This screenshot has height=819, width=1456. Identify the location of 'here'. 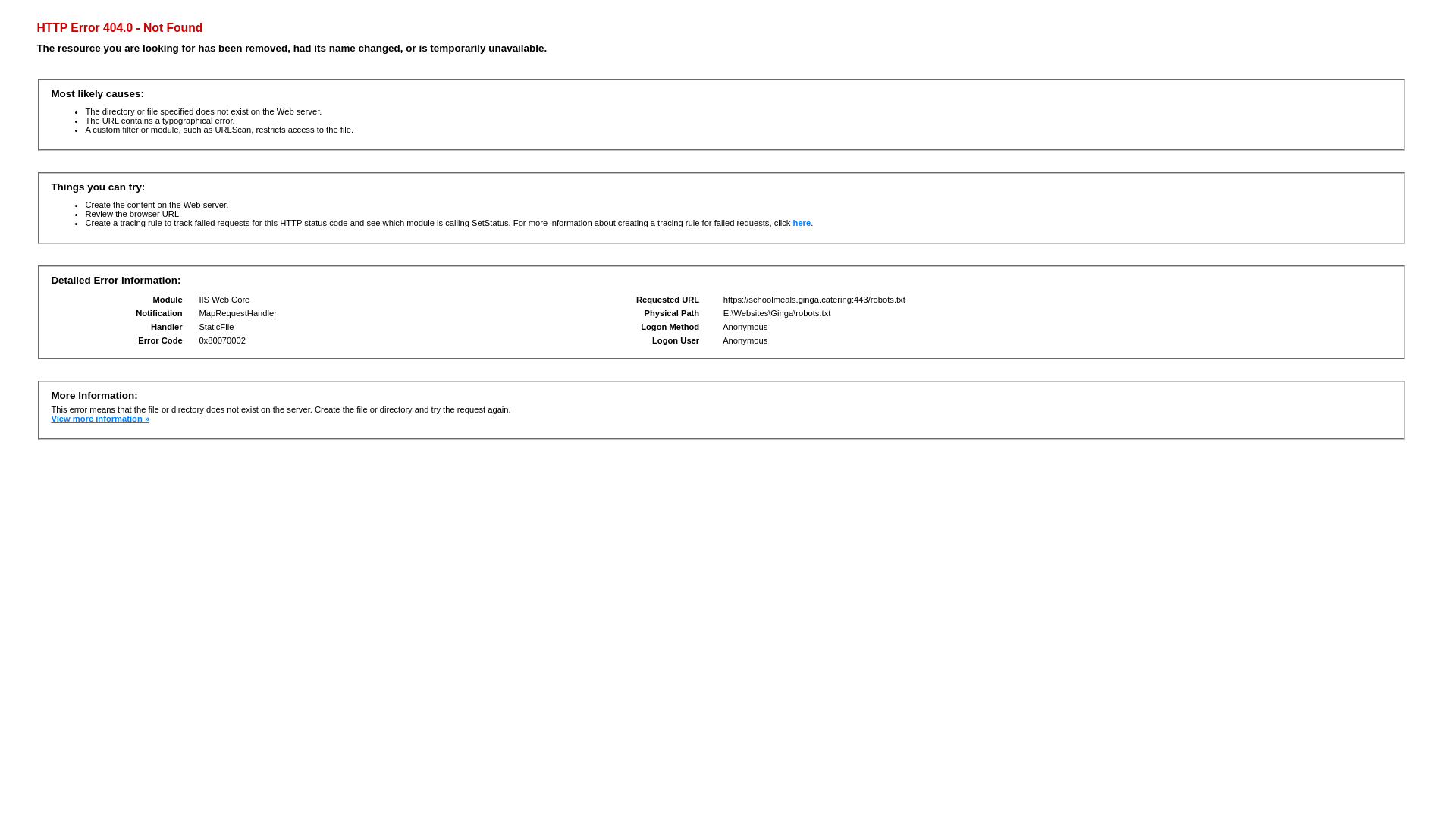
(801, 222).